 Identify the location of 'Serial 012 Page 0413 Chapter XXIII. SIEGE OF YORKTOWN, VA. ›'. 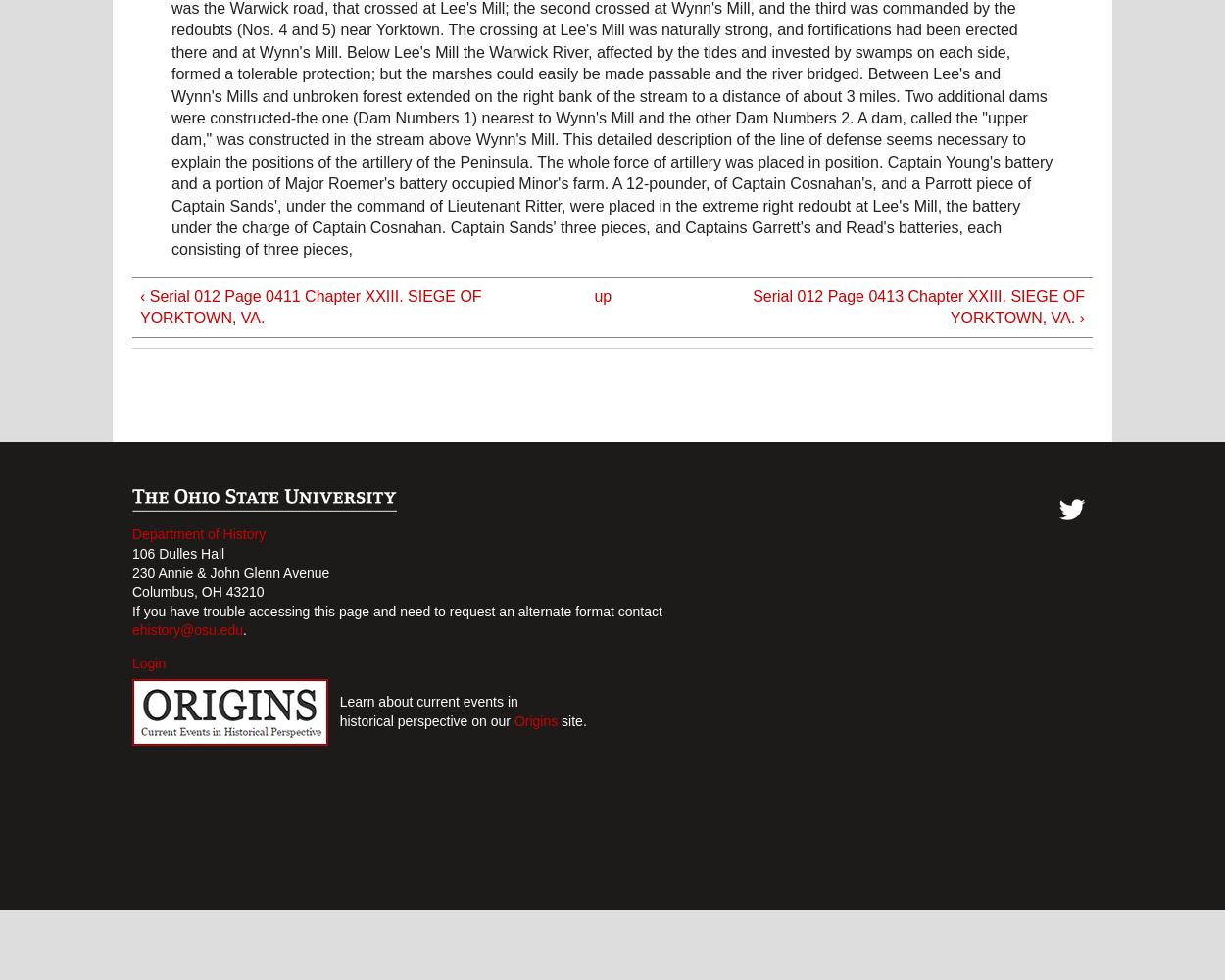
(752, 306).